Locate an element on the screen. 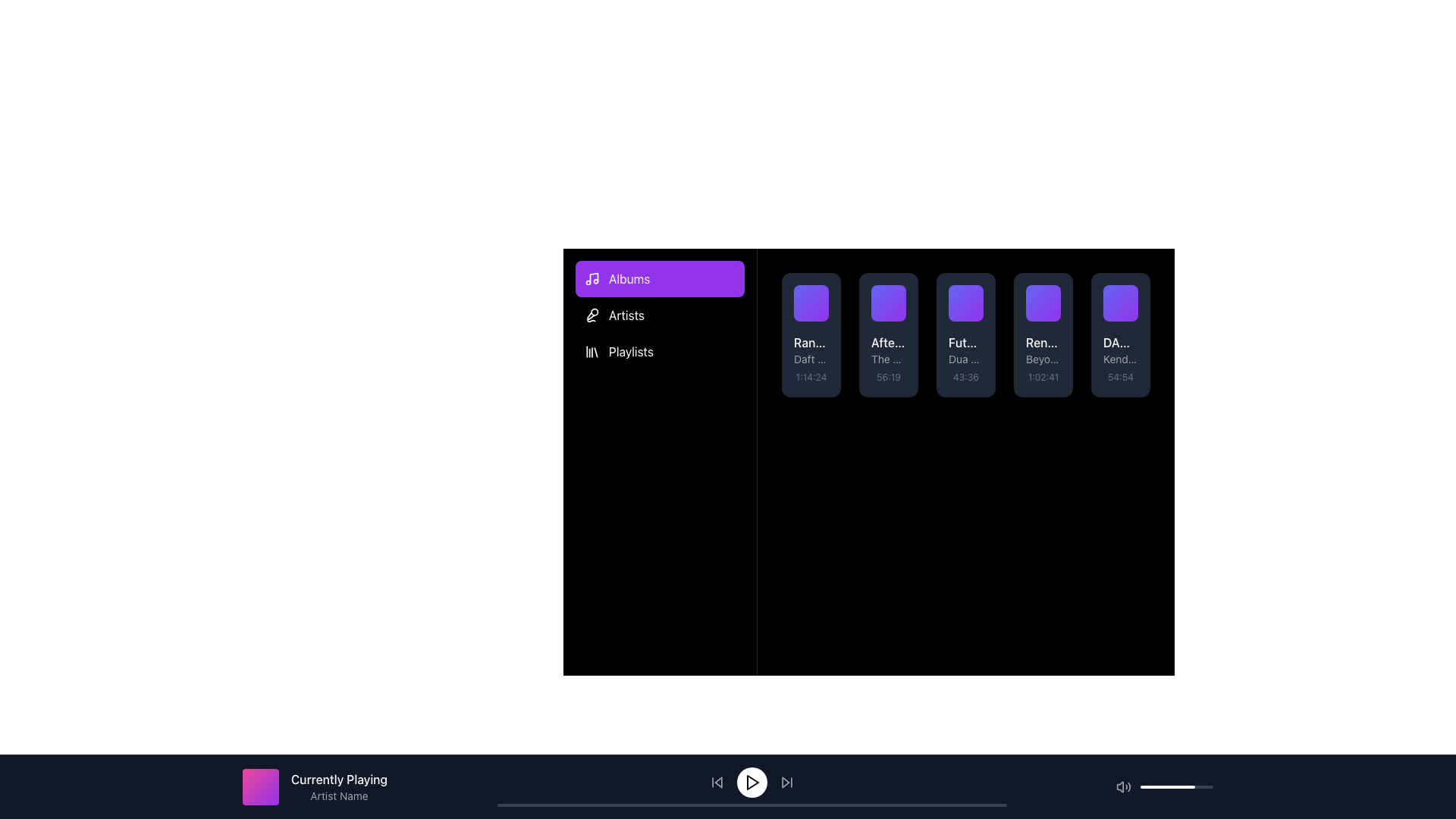  the first icon from the left that navigates to the previous item in a playlist, located at the bottom center of the interface is located at coordinates (716, 783).